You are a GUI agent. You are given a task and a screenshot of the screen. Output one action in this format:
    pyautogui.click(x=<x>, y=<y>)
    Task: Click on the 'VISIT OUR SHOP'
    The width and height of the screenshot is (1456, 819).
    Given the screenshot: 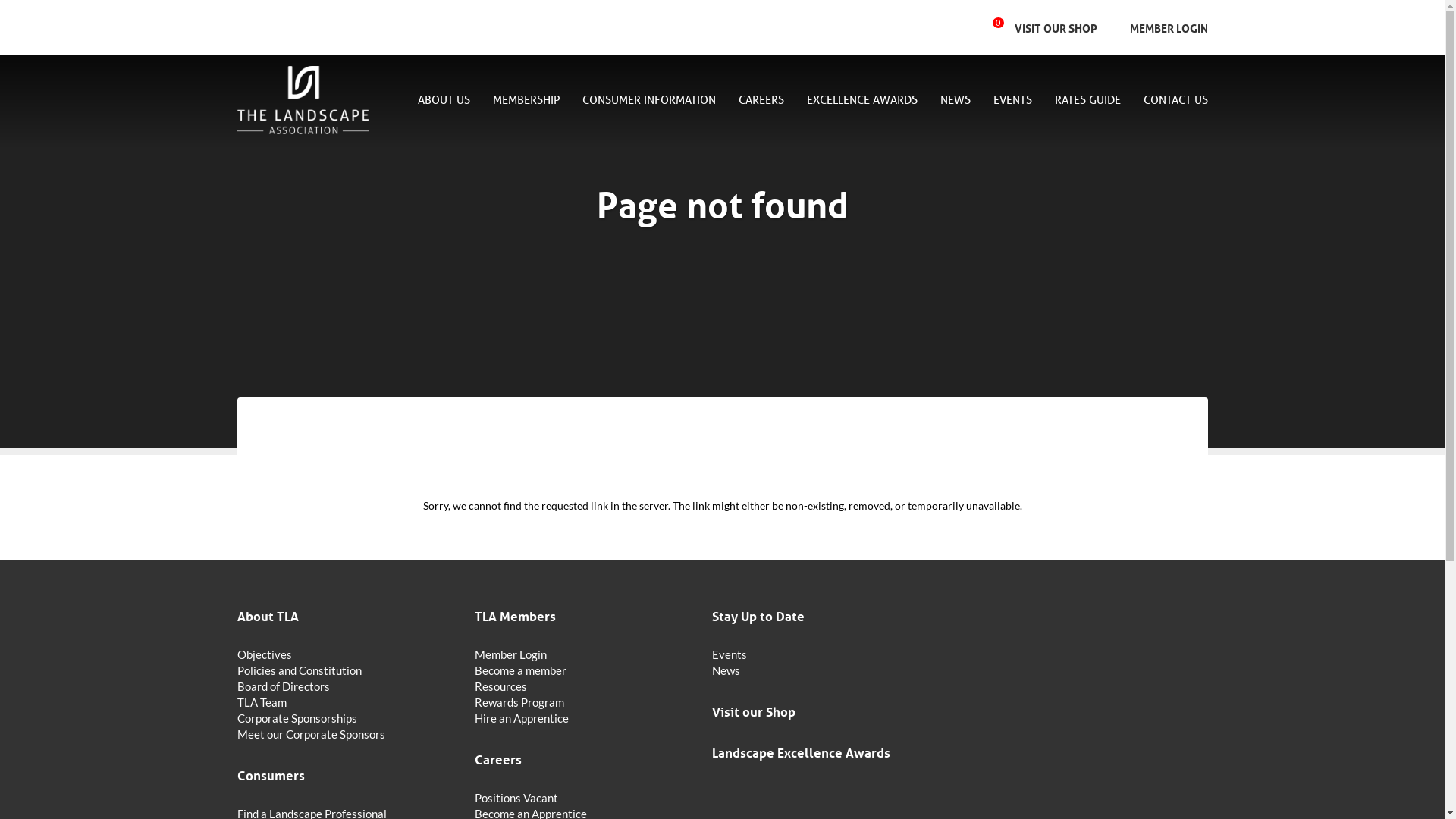 What is the action you would take?
    pyautogui.click(x=1055, y=27)
    